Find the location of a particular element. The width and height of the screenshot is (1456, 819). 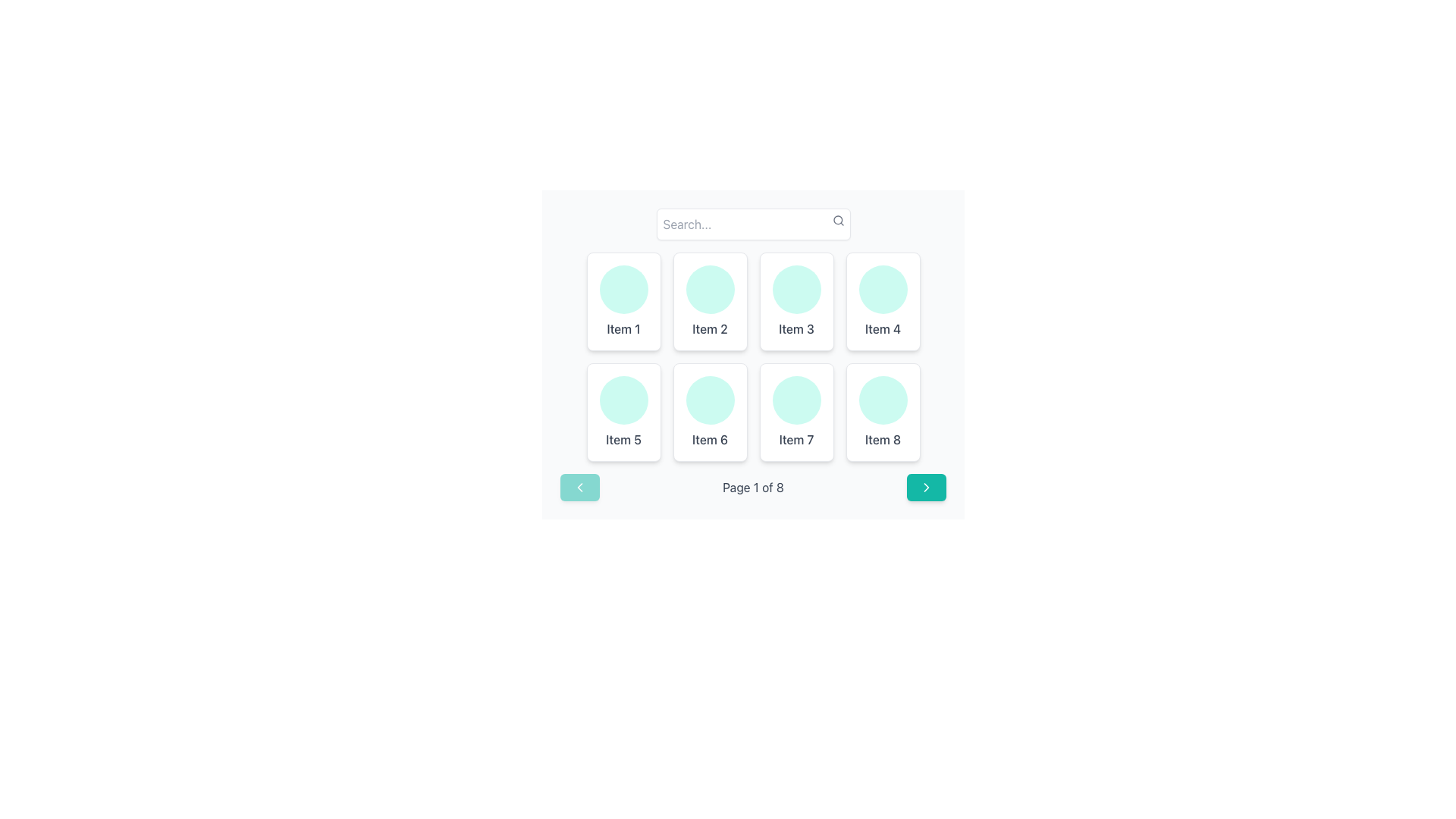

the text label displaying 'Item 1', which is styled with a medium gray font and positioned at the bottom of the top-left card in a grid layout is located at coordinates (623, 328).